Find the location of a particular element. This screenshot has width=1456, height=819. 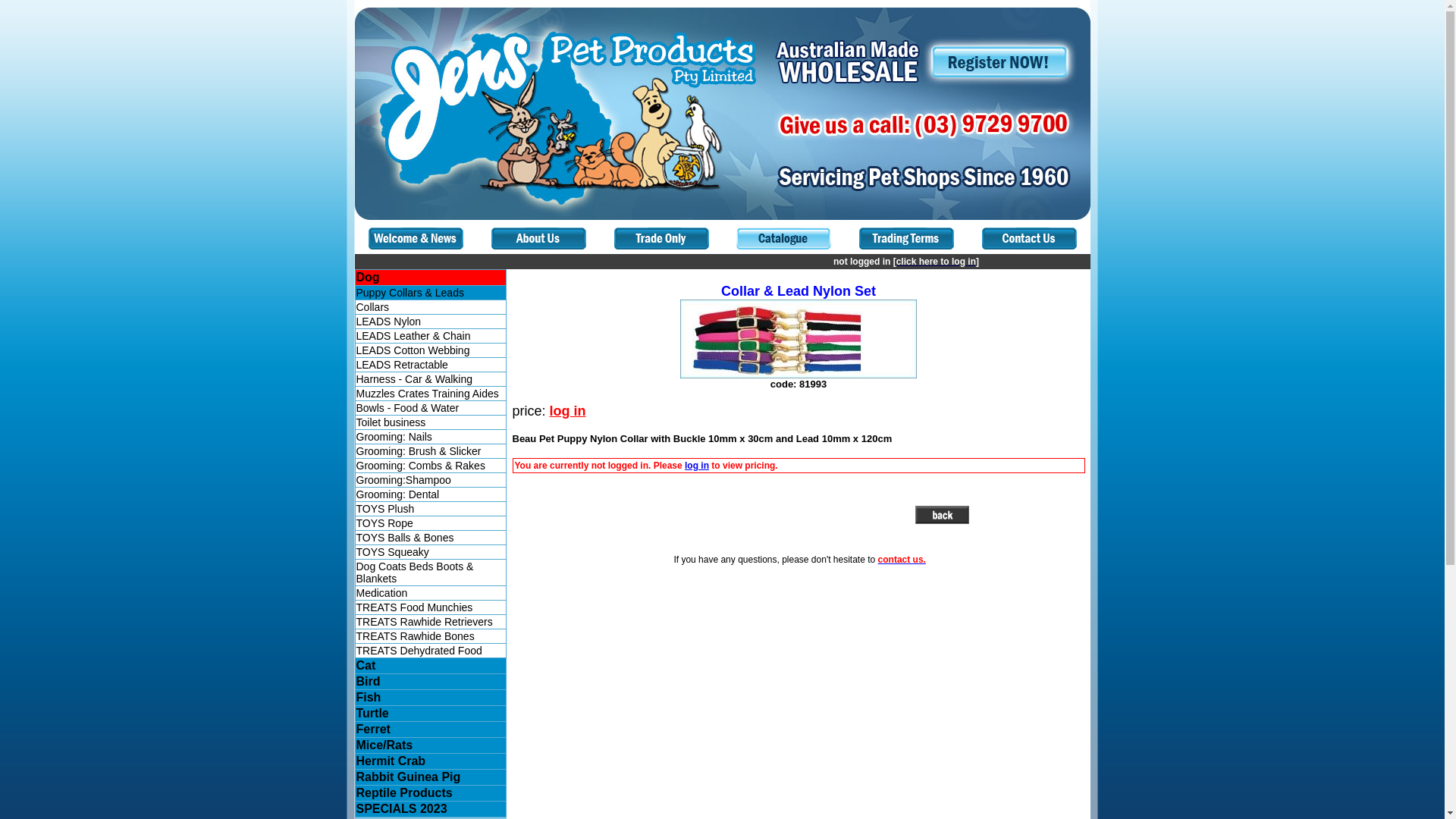

'LEADS Retractable' is located at coordinates (402, 365).